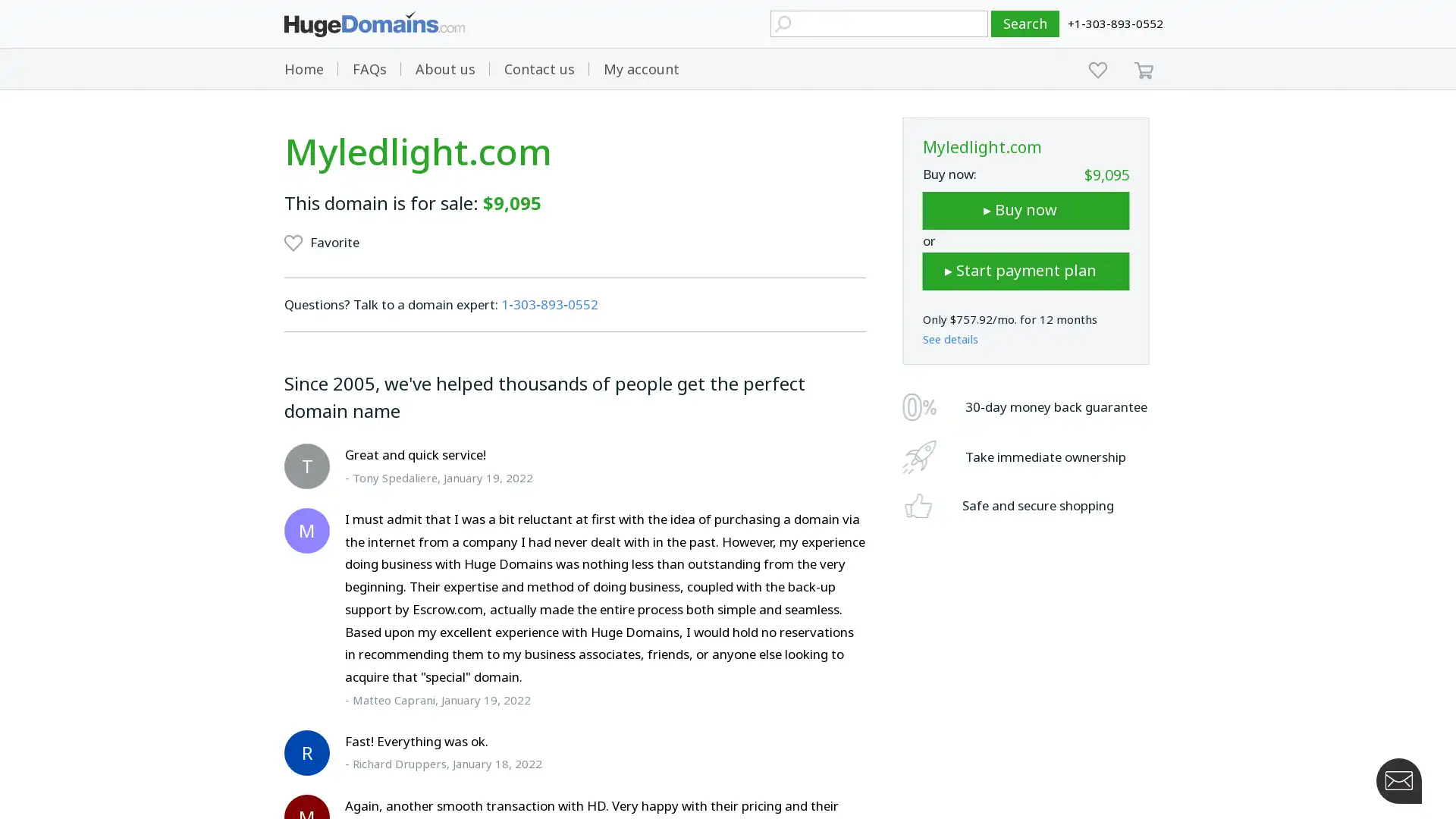 This screenshot has height=819, width=1456. What do you see at coordinates (1025, 24) in the screenshot?
I see `Search` at bounding box center [1025, 24].